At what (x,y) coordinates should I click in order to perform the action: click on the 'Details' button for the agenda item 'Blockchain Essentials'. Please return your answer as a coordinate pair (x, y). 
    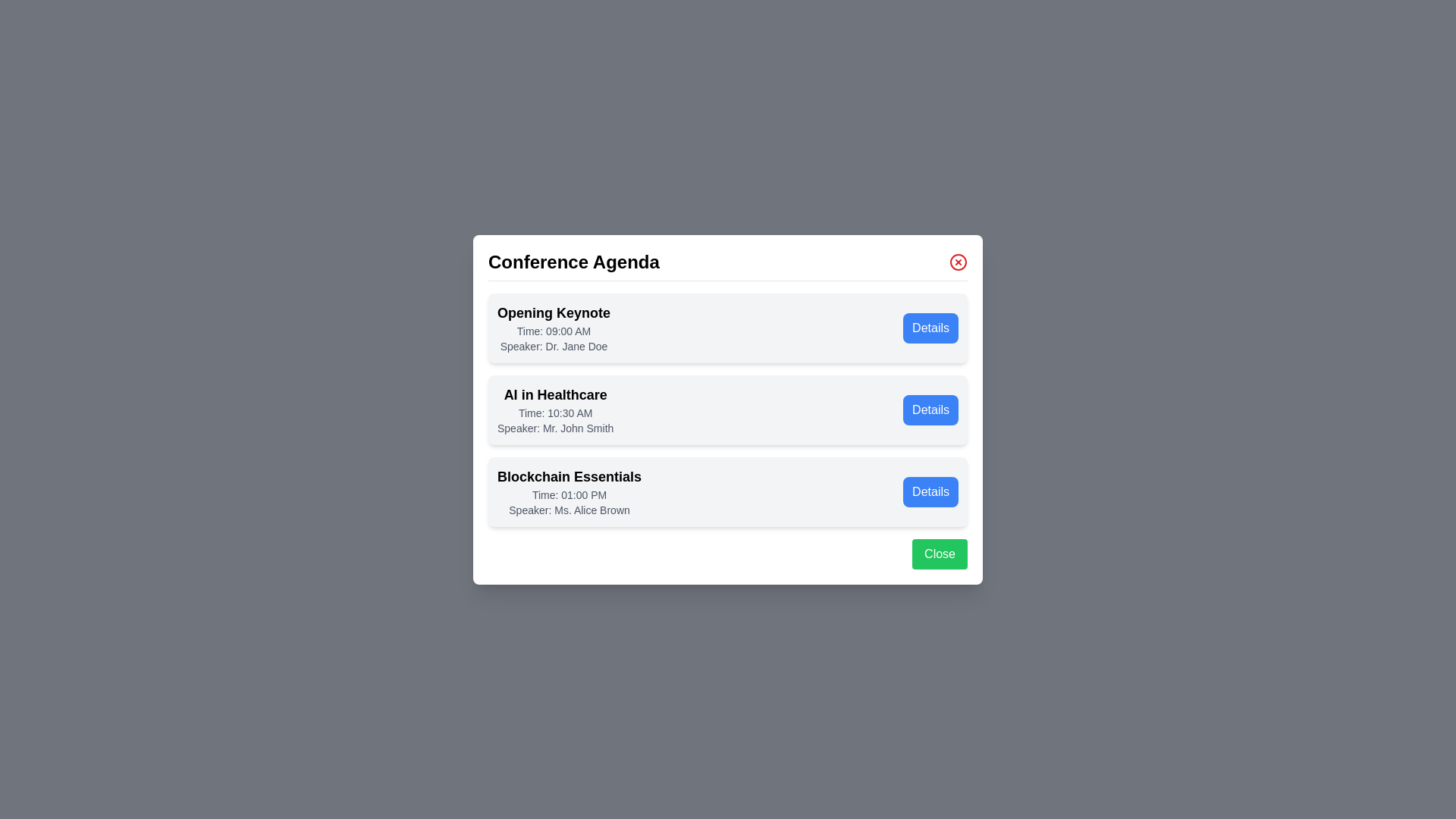
    Looking at the image, I should click on (930, 491).